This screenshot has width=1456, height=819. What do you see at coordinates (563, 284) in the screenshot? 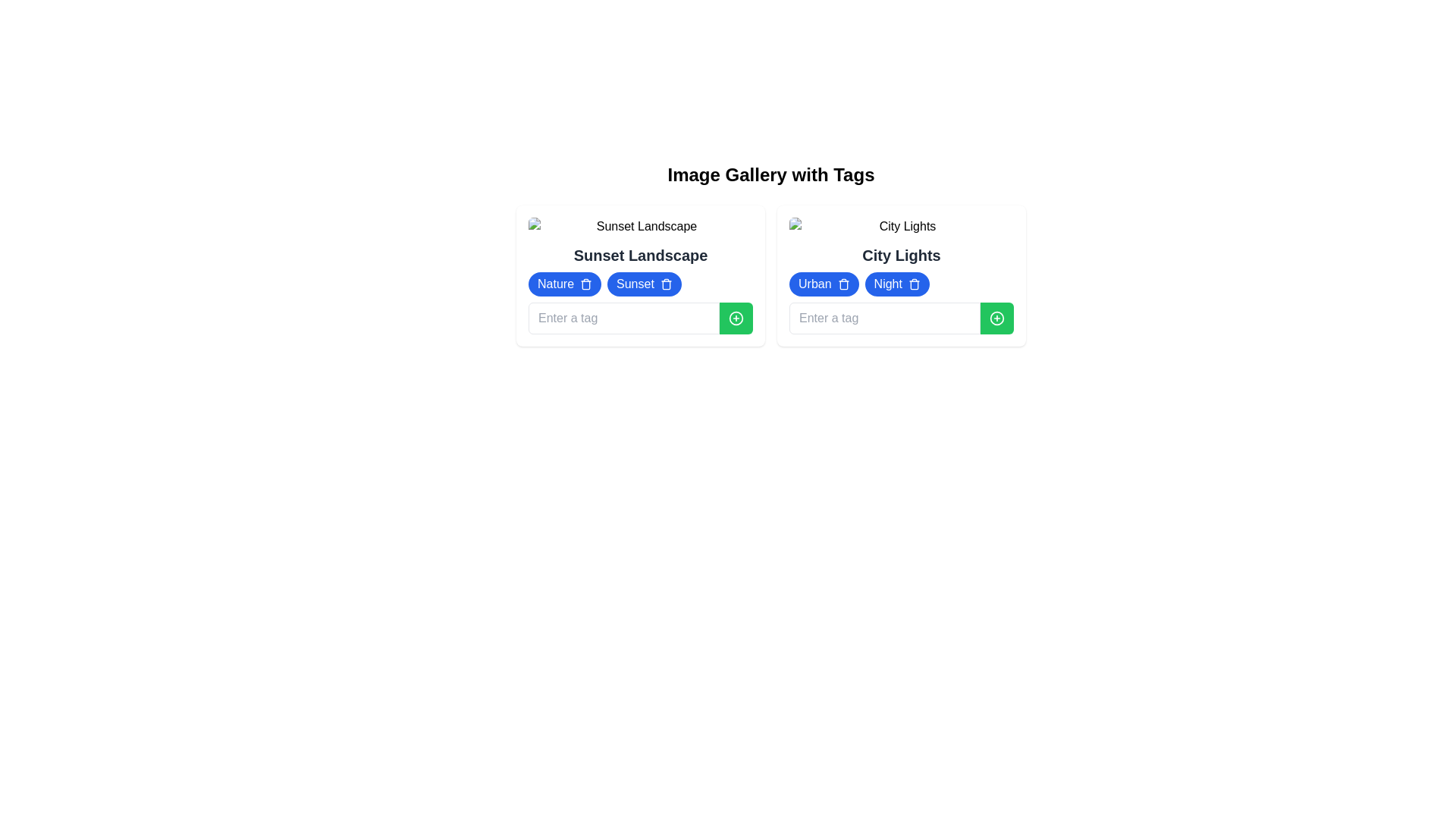
I see `the trash icon located on the first tag in the horizontal arrangement under the title of the 'Sunset Landscape' card` at bounding box center [563, 284].